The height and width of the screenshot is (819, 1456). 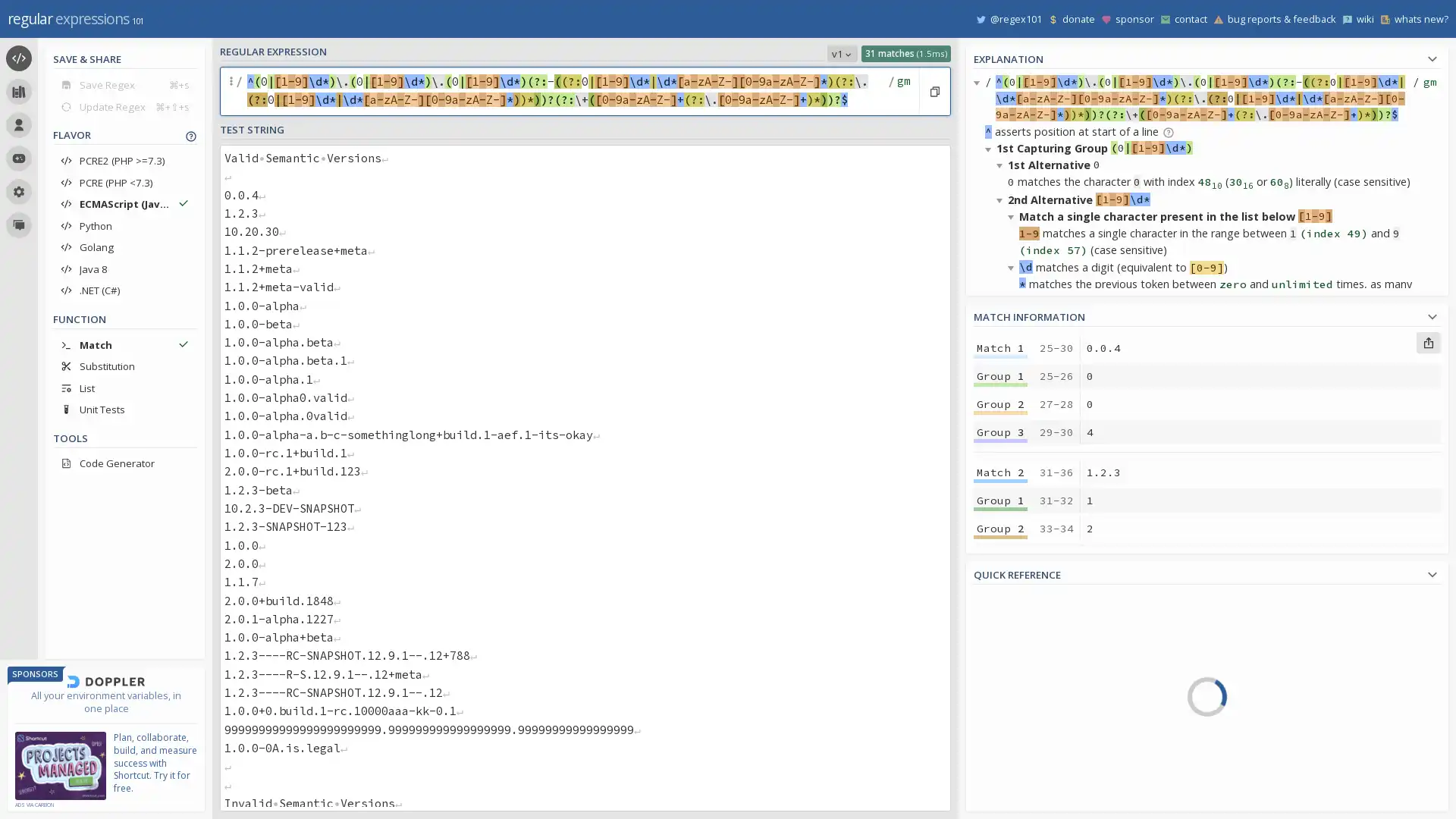 I want to click on A character except: a, b or c [^abc], so click(x=1282, y=622).